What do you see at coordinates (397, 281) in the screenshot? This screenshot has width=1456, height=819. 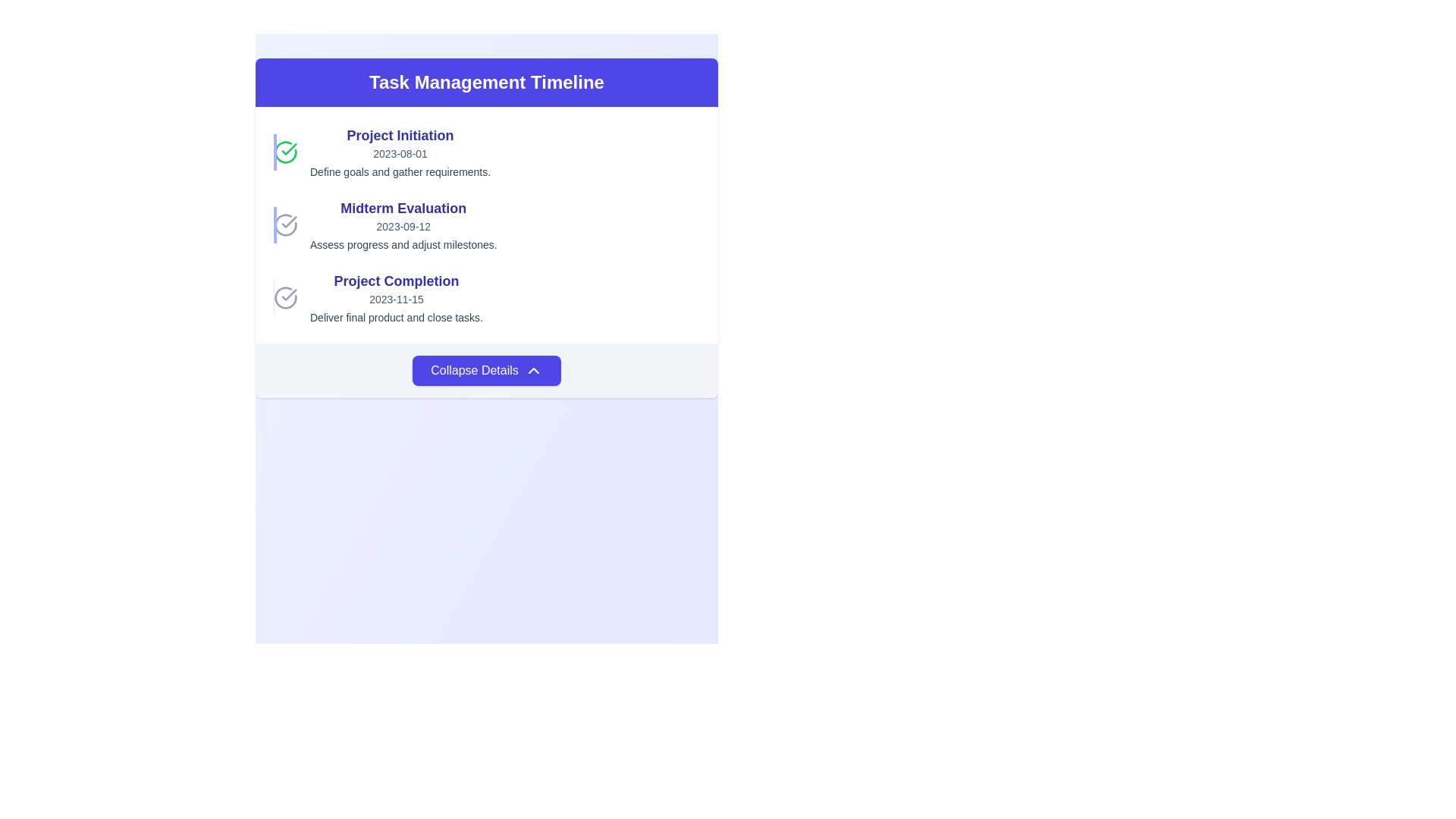 I see `the Text Label indicating the name or description of the task or milestone in the 'Task Management Timeline', which is the third item in the list, positioned between 'Midterm Evaluation' and '2023-11-15'` at bounding box center [397, 281].